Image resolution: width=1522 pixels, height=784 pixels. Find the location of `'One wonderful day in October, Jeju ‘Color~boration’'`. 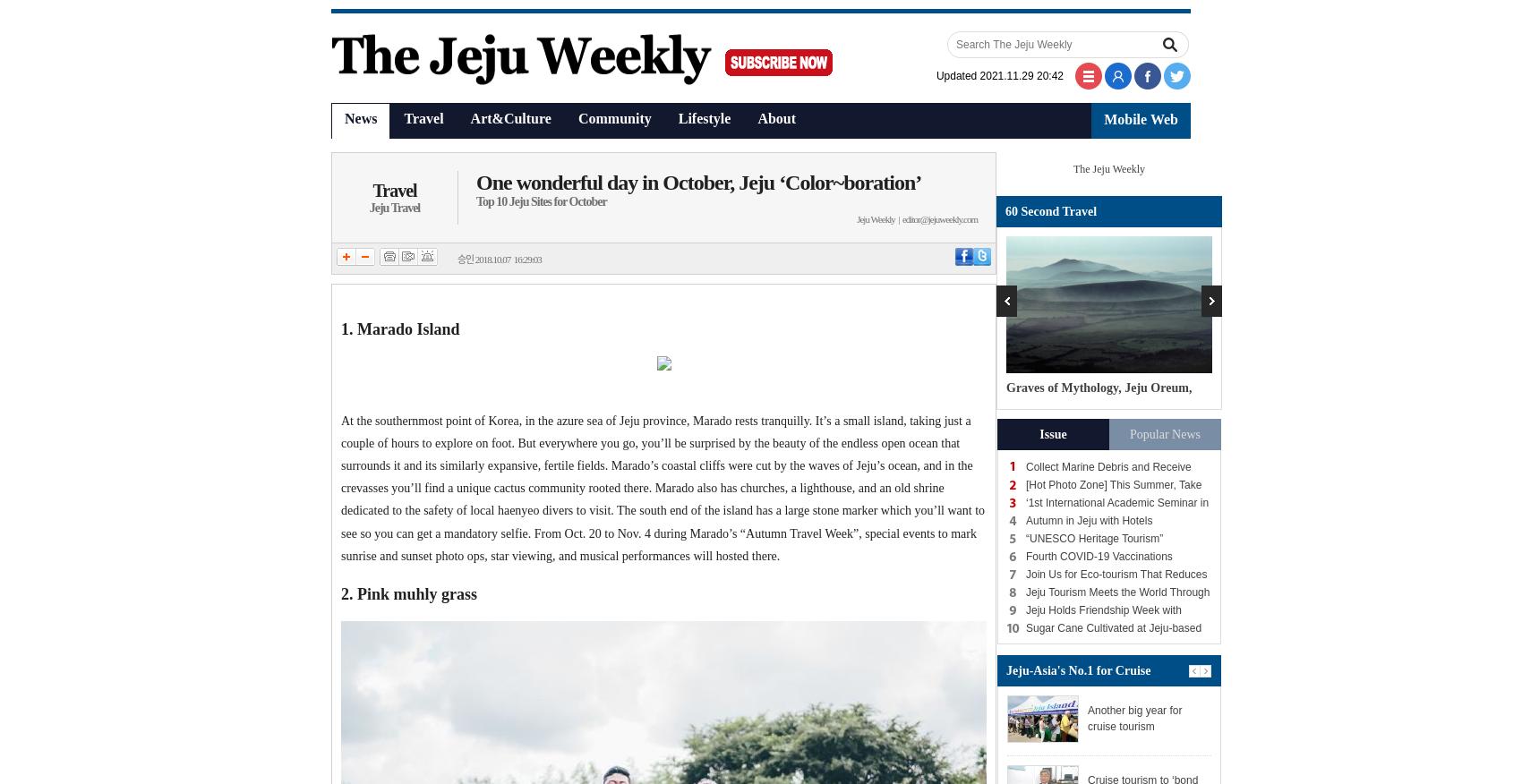

'One wonderful day in October, Jeju ‘Color~boration’' is located at coordinates (697, 183).